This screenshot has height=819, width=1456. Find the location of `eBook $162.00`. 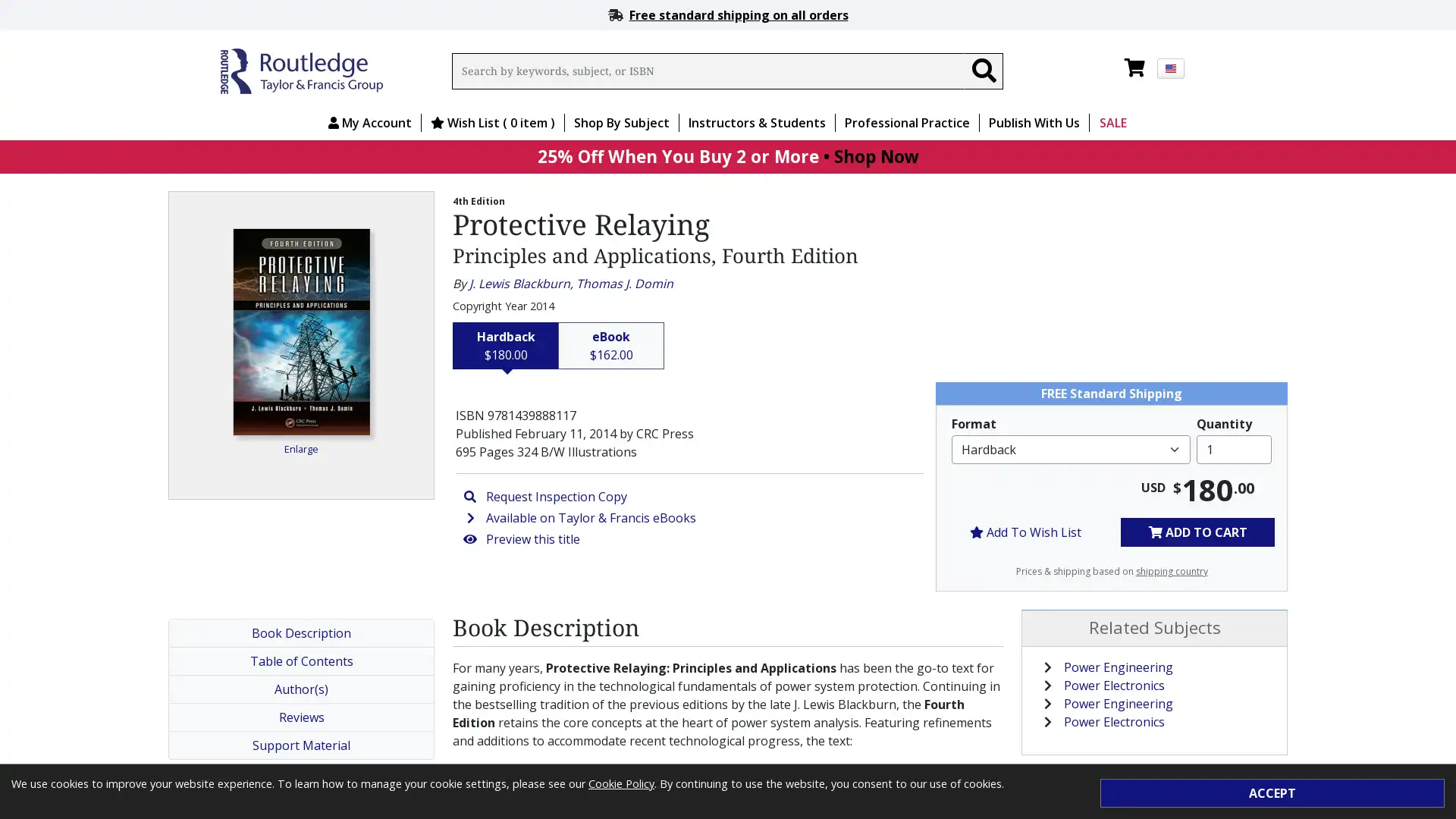

eBook $162.00 is located at coordinates (611, 345).